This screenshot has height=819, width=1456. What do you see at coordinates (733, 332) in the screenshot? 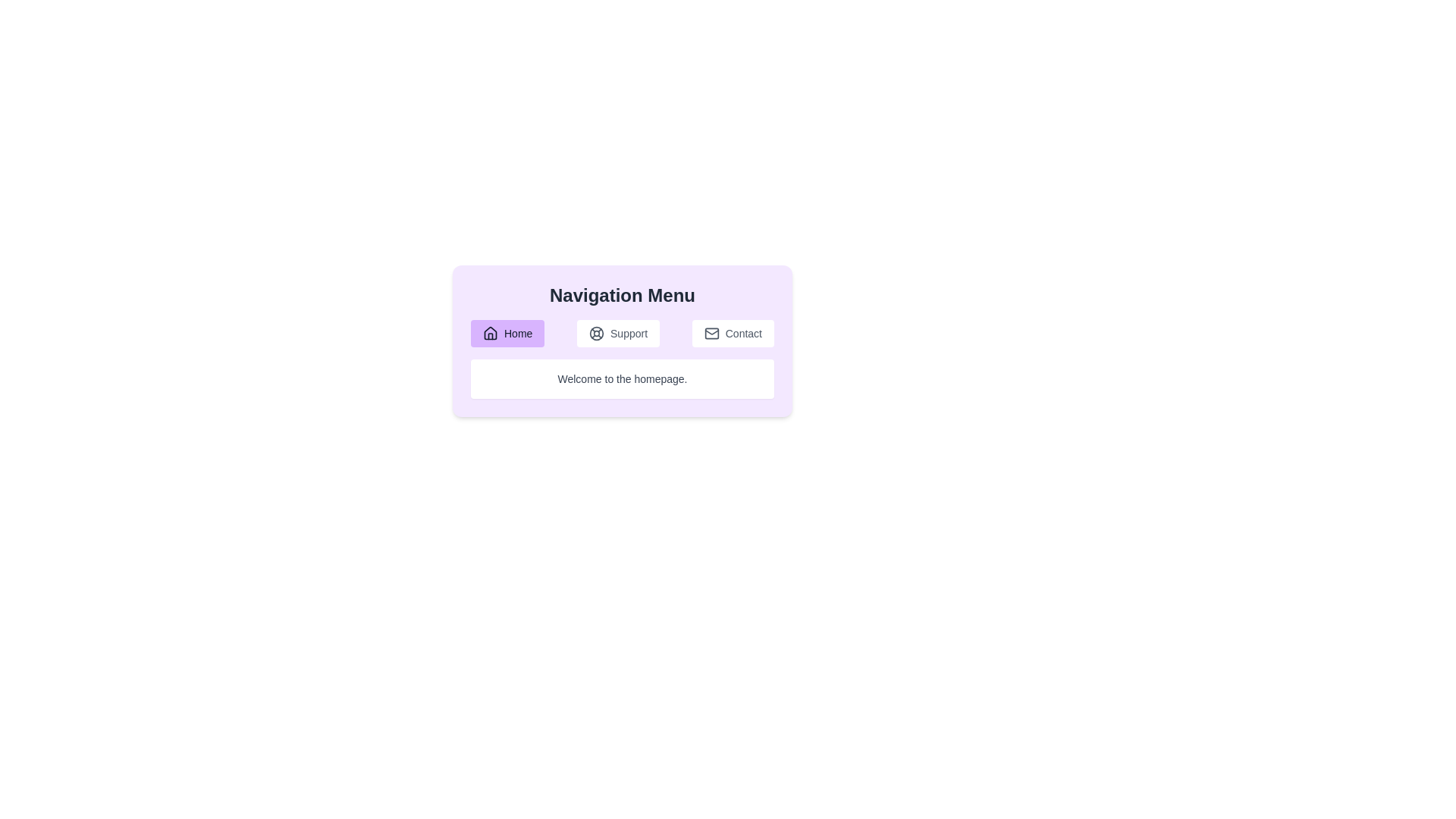
I see `the 'Contact' button in the navigation menu which features a mail icon and dark text on a white background` at bounding box center [733, 332].